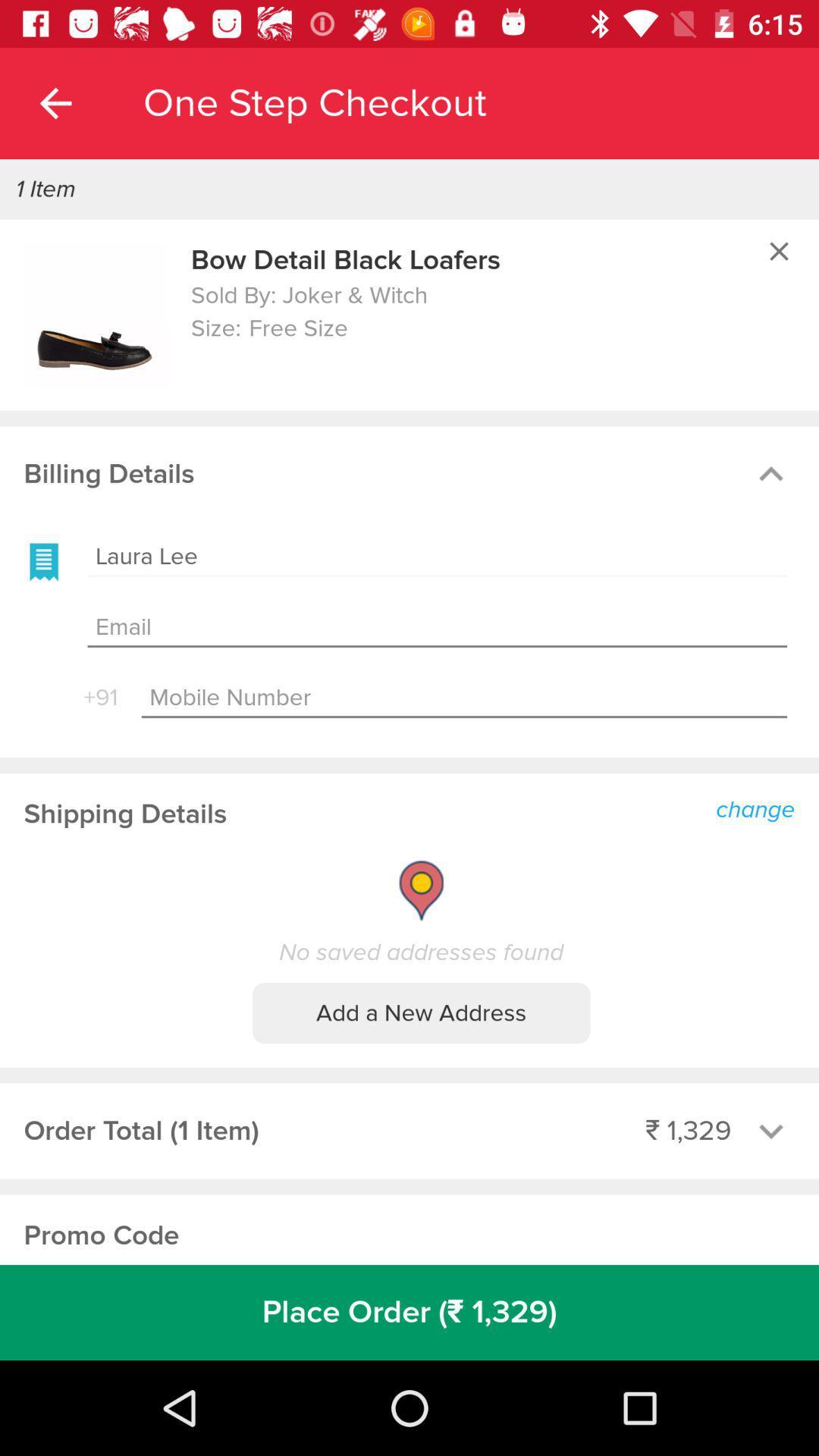 This screenshot has height=1456, width=819. What do you see at coordinates (96, 314) in the screenshot?
I see `image option` at bounding box center [96, 314].